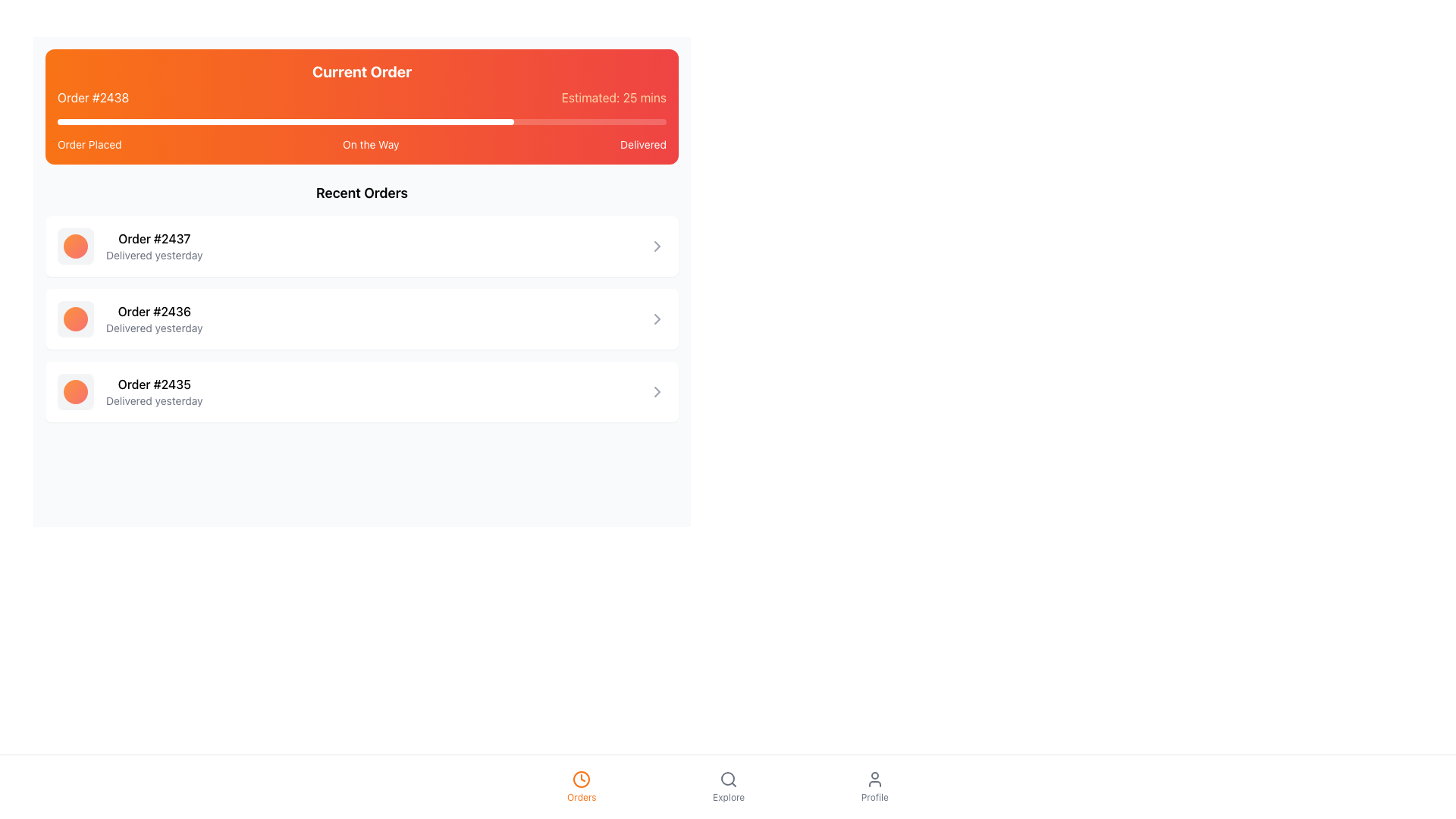  What do you see at coordinates (154, 400) in the screenshot?
I see `the text label element that reads 'Delivered yesterday', which is located directly below the order identifier 'Order #2435' in the recent orders list` at bounding box center [154, 400].